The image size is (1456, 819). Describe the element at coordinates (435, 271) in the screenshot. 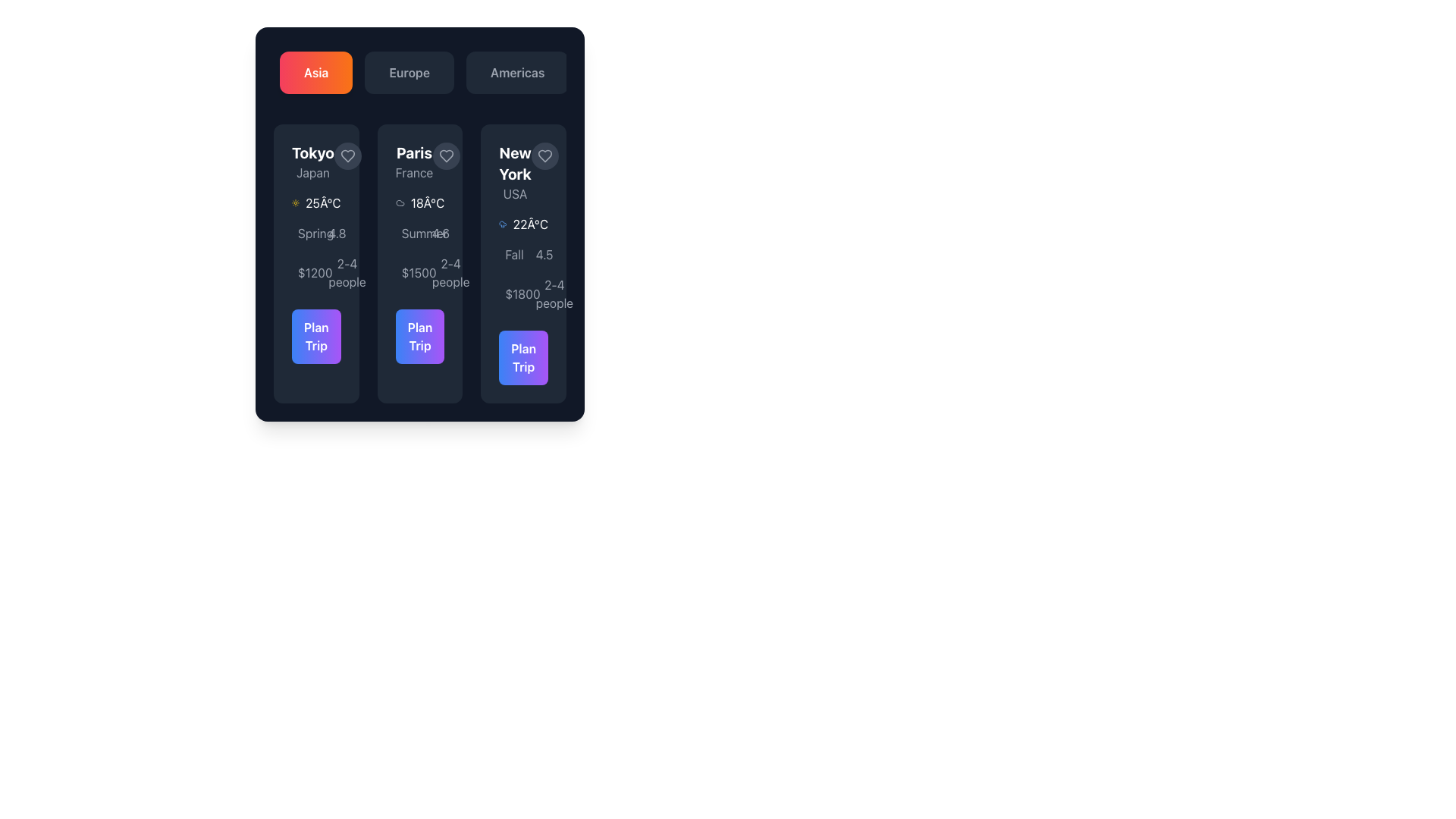

I see `the text label and icon combination that provides information about the recommended group size for a trip, located in the second column under the price label '$1500' and above the 'Plan Trip' button for the 'Paris, France' card` at that location.